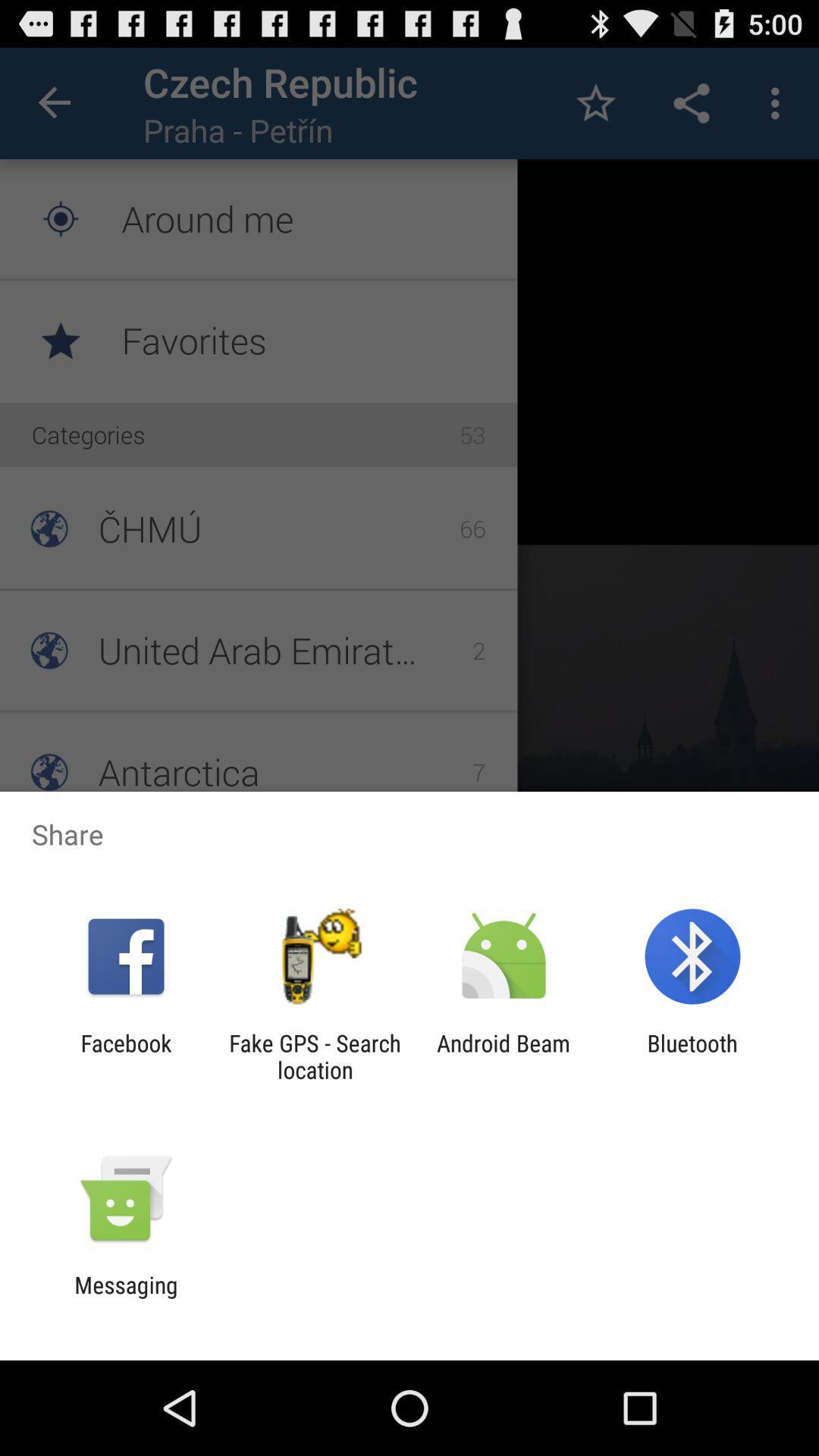 The width and height of the screenshot is (819, 1456). I want to click on the item to the right of the facebook item, so click(314, 1056).